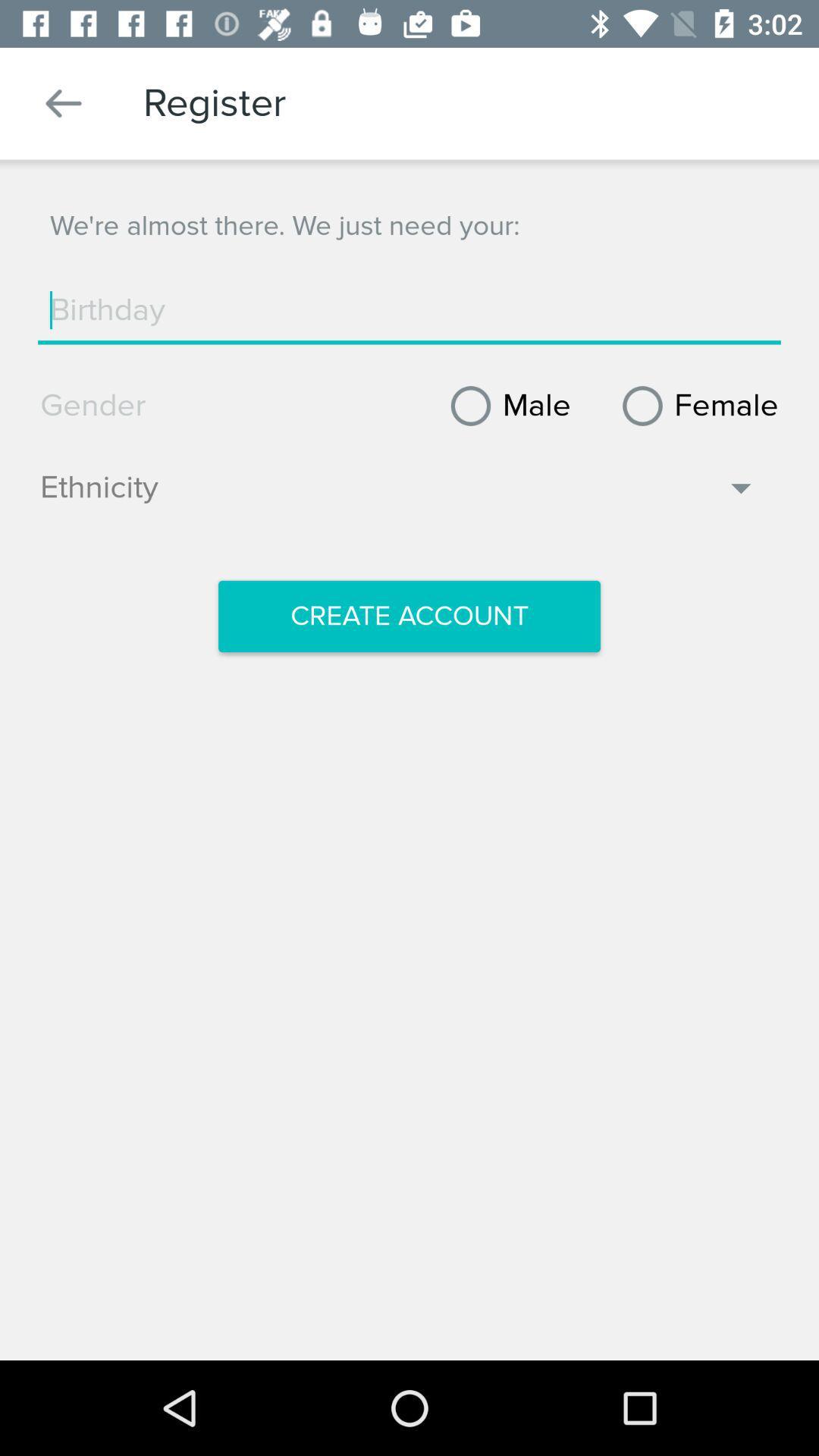  I want to click on the item next to the male item, so click(695, 406).